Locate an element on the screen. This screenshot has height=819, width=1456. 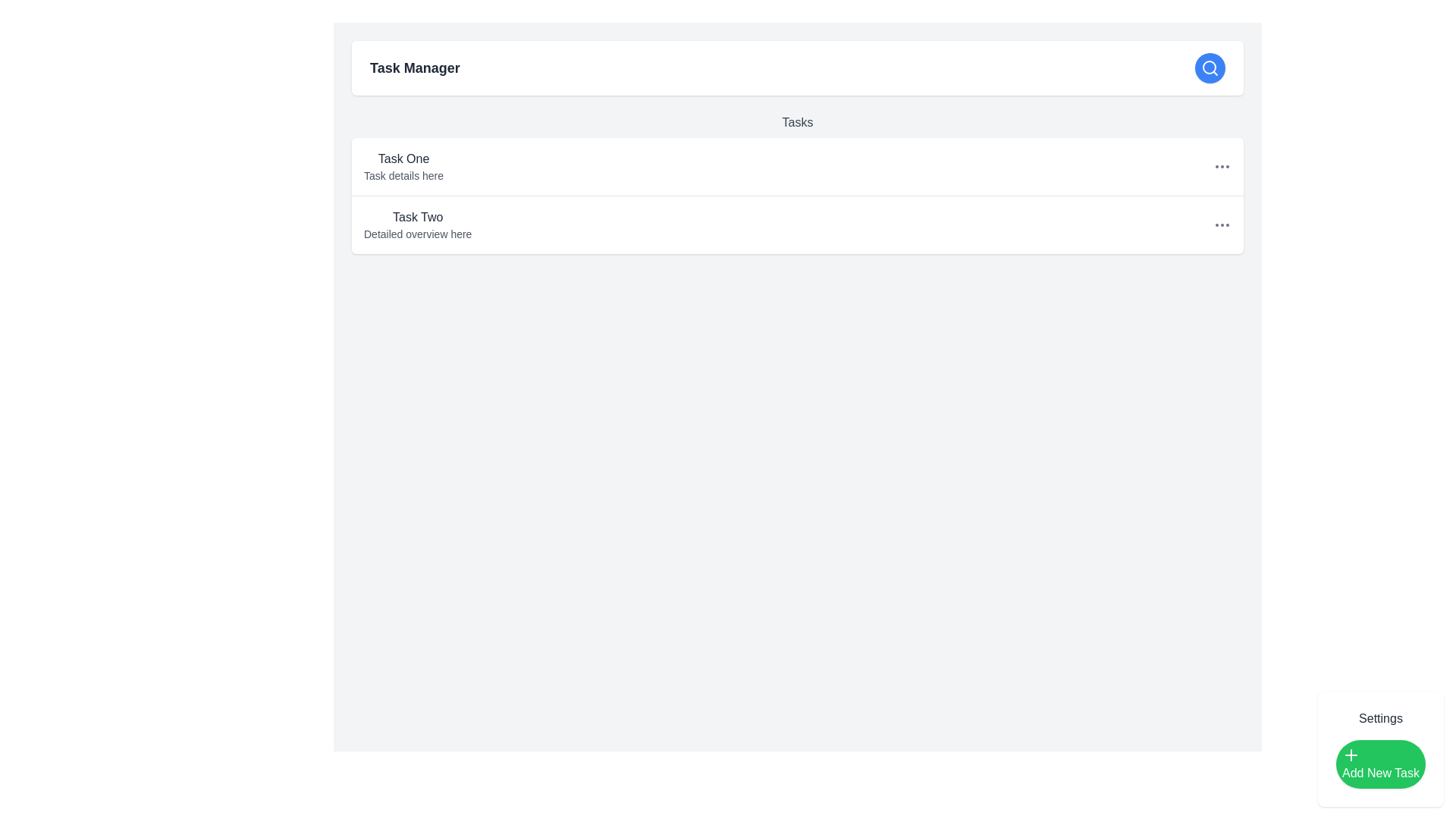
the Text label that displays the title or name of a task item, located at the upper-left section of the 'Tasks' list view, positioned just above the text 'Task details here' is located at coordinates (403, 158).